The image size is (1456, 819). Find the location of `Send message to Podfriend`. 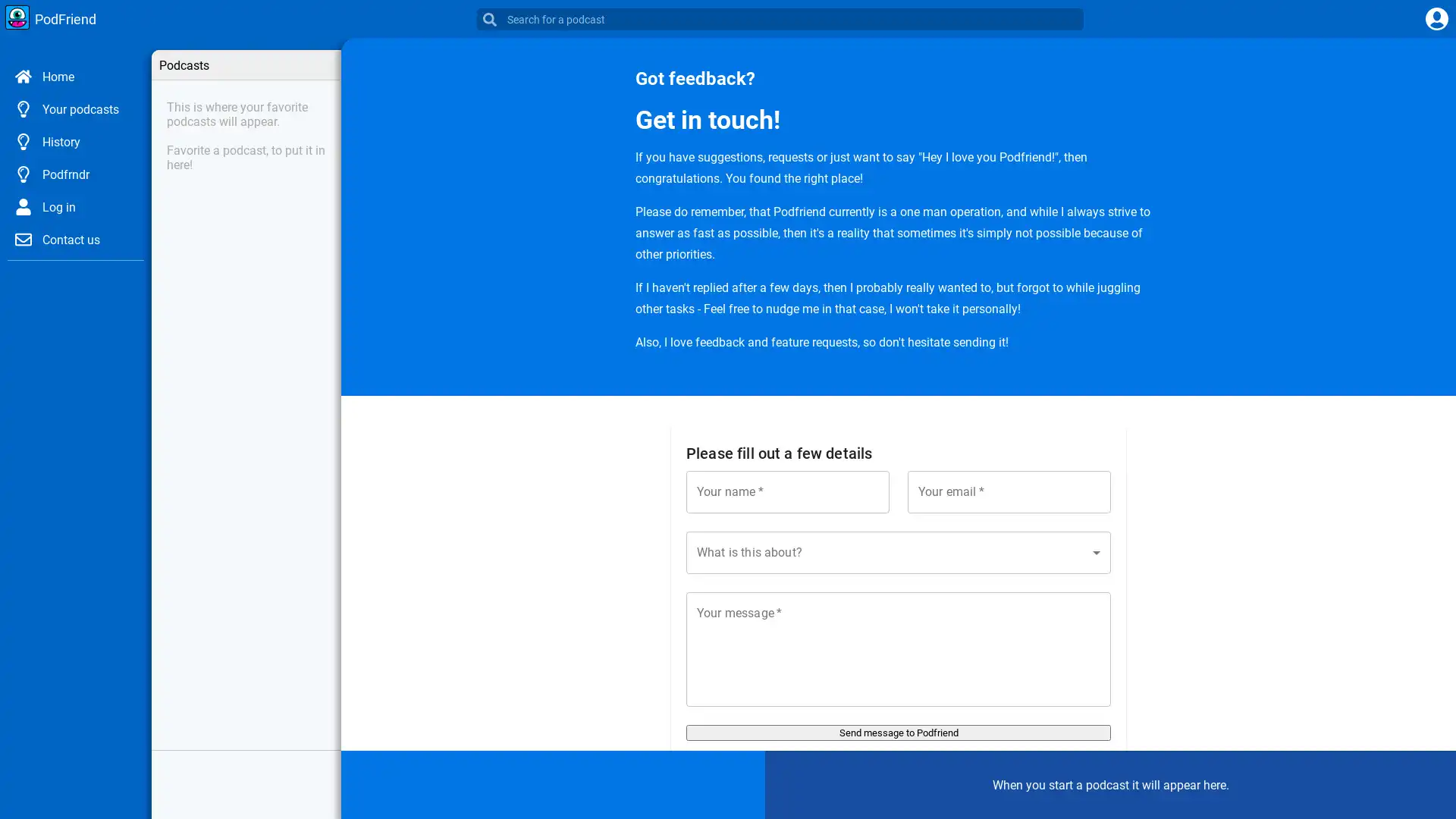

Send message to Podfriend is located at coordinates (899, 732).